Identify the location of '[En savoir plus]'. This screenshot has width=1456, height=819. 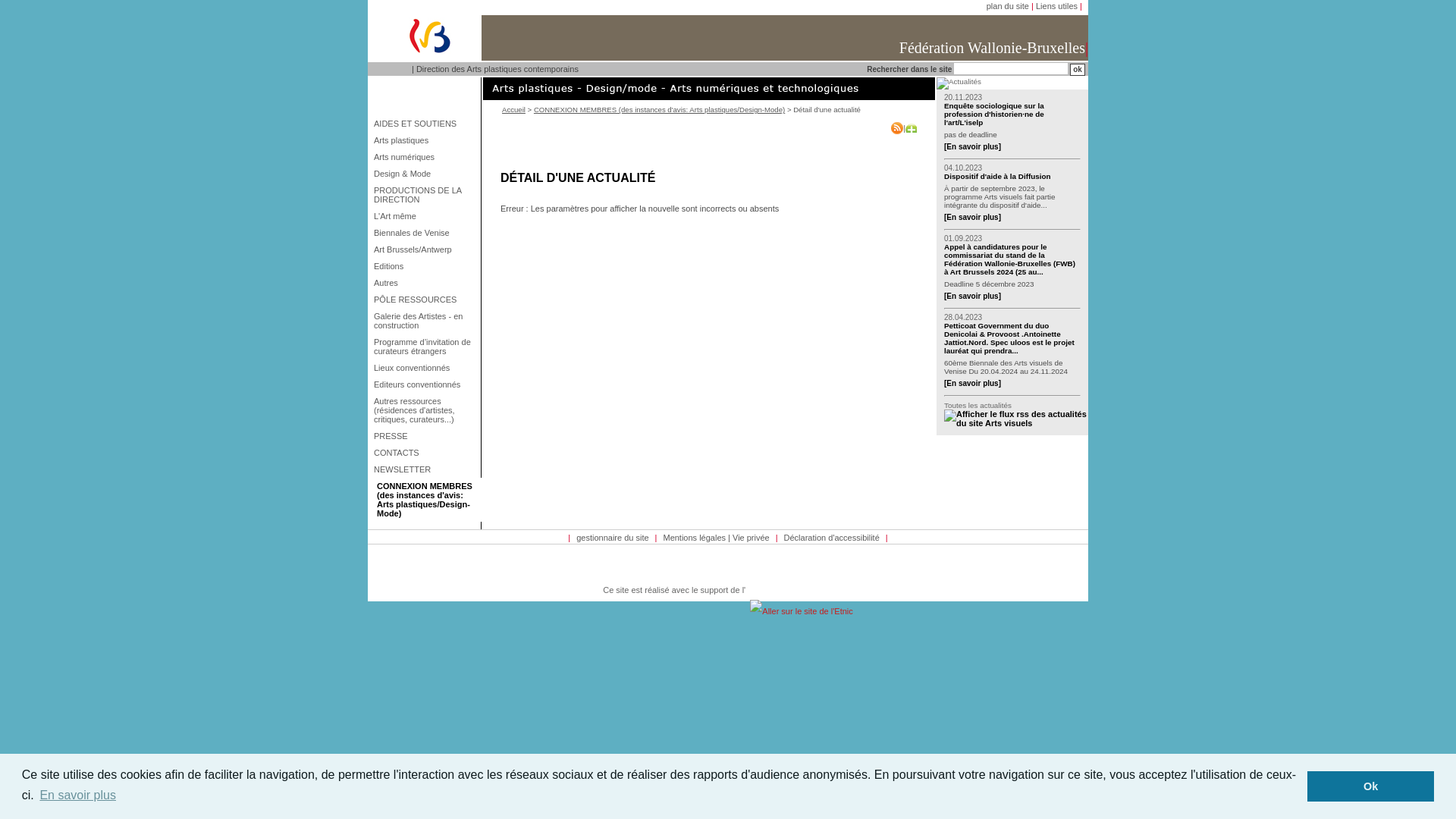
(972, 382).